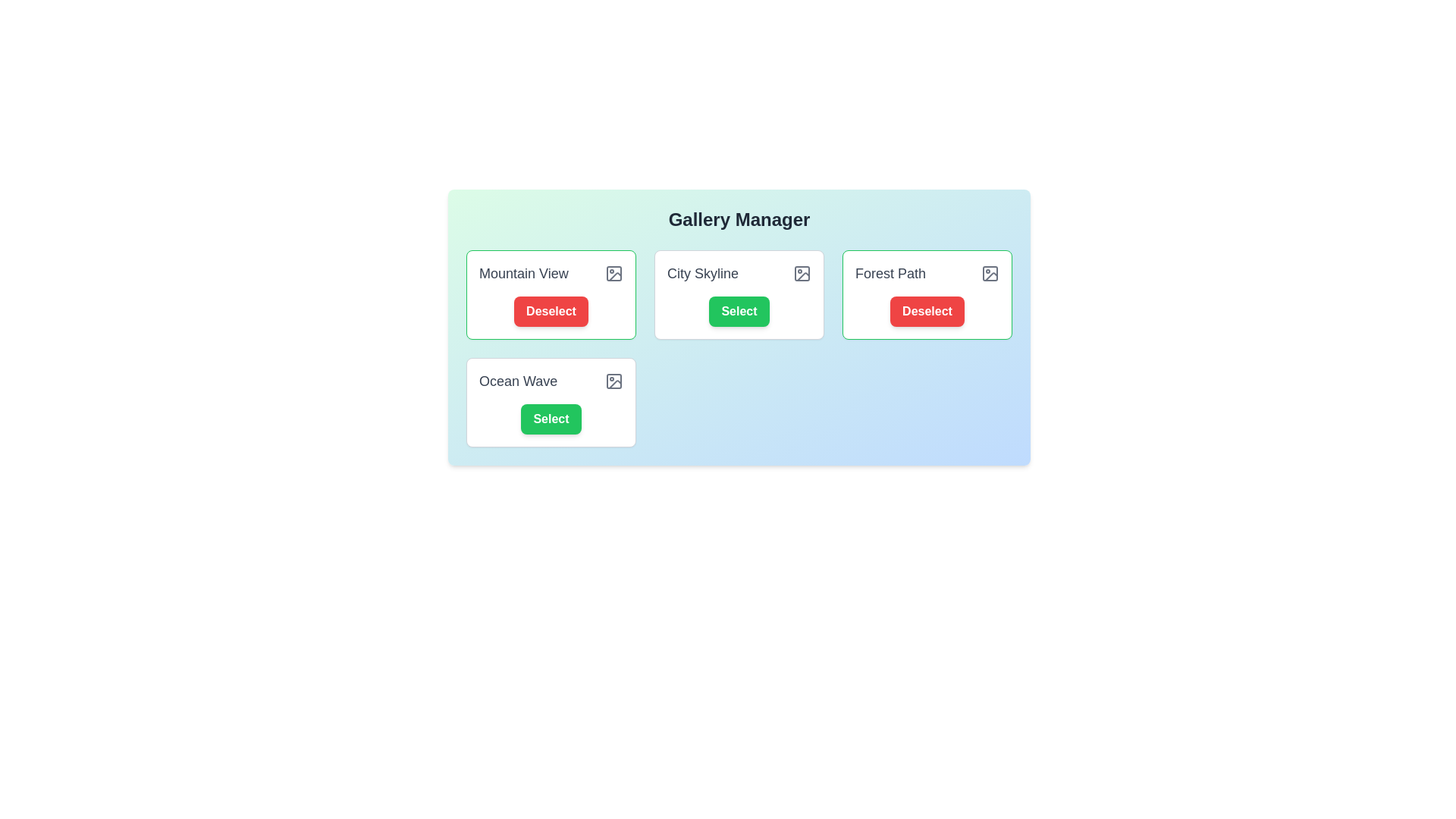 The image size is (1456, 819). I want to click on the image icon for the photo entry titled 'Mountain View', so click(614, 274).